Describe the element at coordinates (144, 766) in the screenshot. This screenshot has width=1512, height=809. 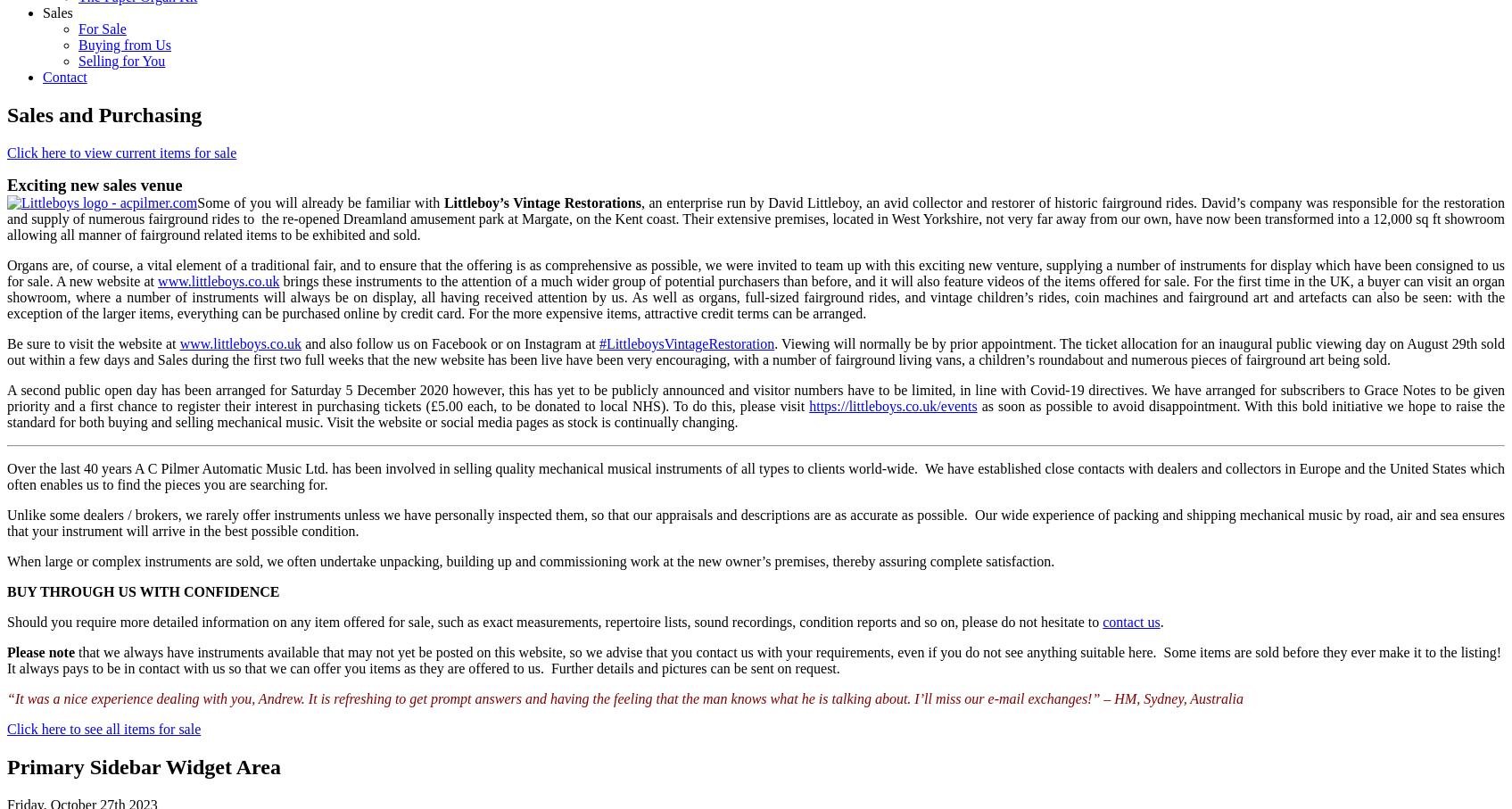
I see `'Primary Sidebar Widget Area'` at that location.